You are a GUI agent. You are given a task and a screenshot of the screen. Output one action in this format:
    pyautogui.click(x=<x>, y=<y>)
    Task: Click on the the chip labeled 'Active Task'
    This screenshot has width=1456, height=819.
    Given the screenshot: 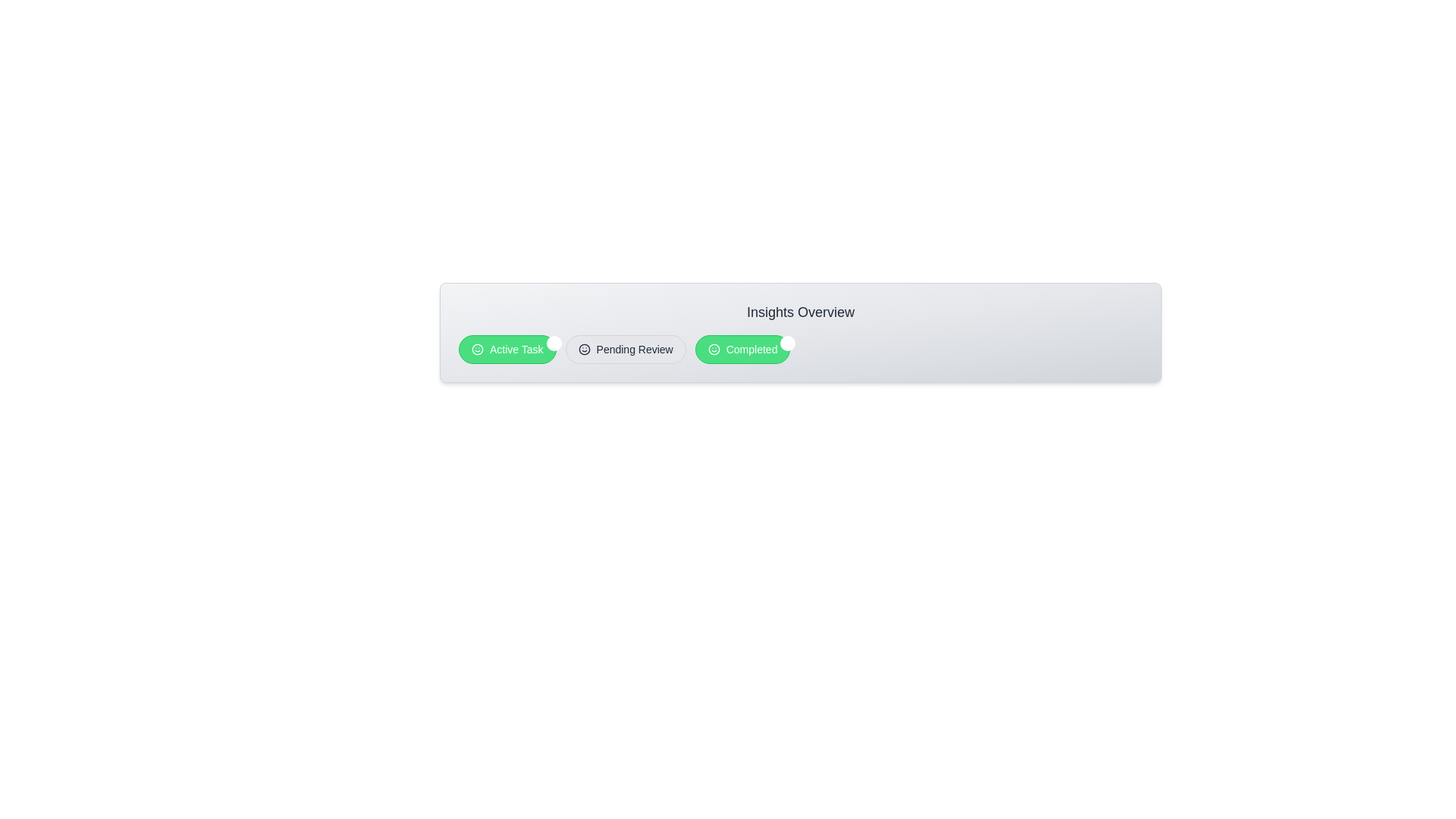 What is the action you would take?
    pyautogui.click(x=507, y=350)
    